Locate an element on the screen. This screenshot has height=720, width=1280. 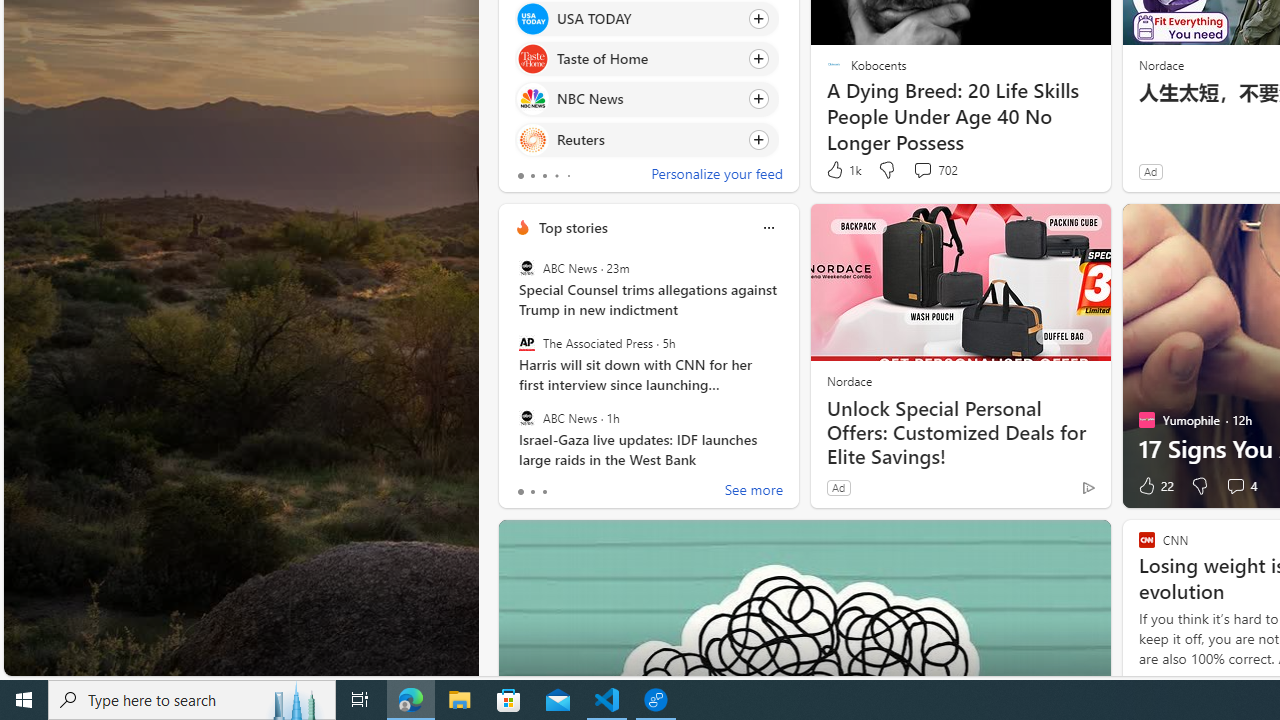
'Top stories' is located at coordinates (571, 226).